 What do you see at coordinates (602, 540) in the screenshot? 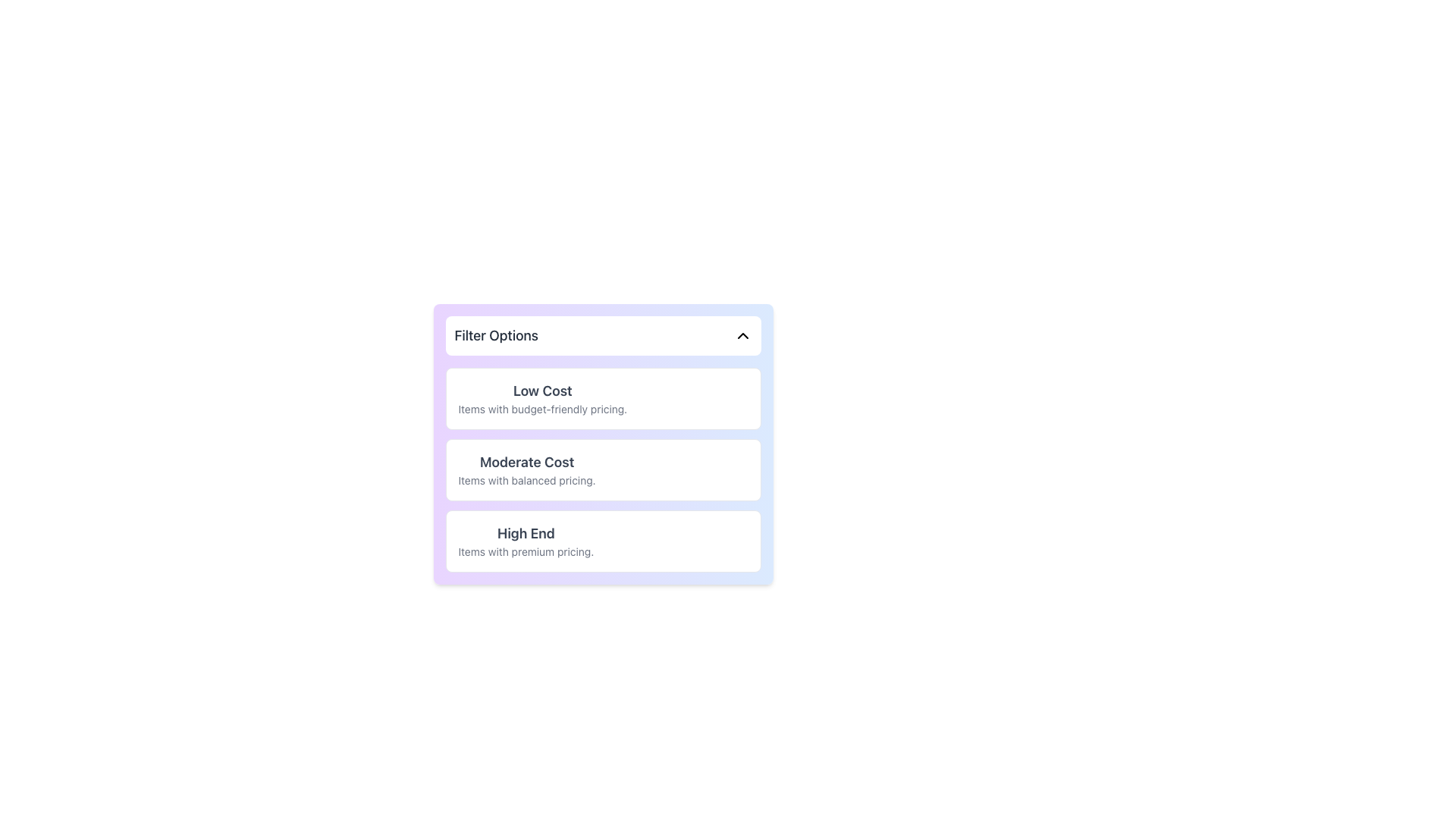
I see `the 'High End' selectable filter list item, which is the third item under the 'Filter Options' section, characterized by a white background, rounded corners, and containing the title 'High End' in bold dark font` at bounding box center [602, 540].